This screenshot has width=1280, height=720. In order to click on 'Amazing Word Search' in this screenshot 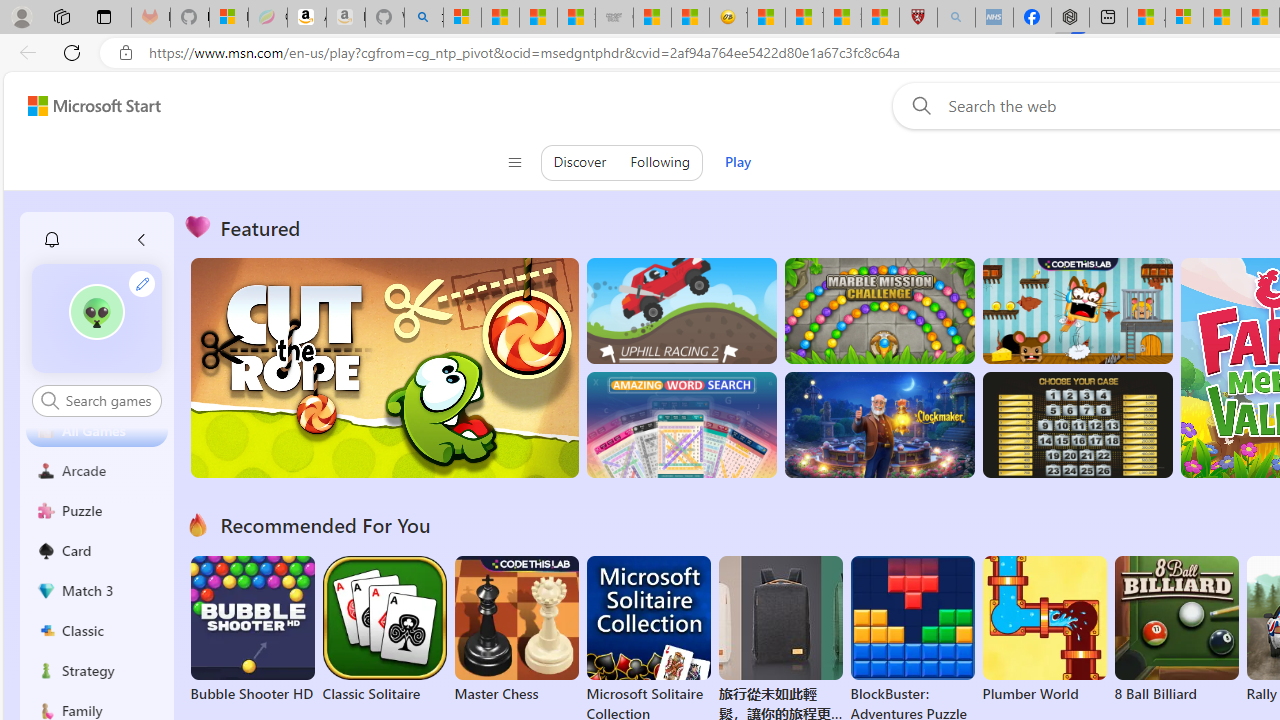, I will do `click(681, 424)`.